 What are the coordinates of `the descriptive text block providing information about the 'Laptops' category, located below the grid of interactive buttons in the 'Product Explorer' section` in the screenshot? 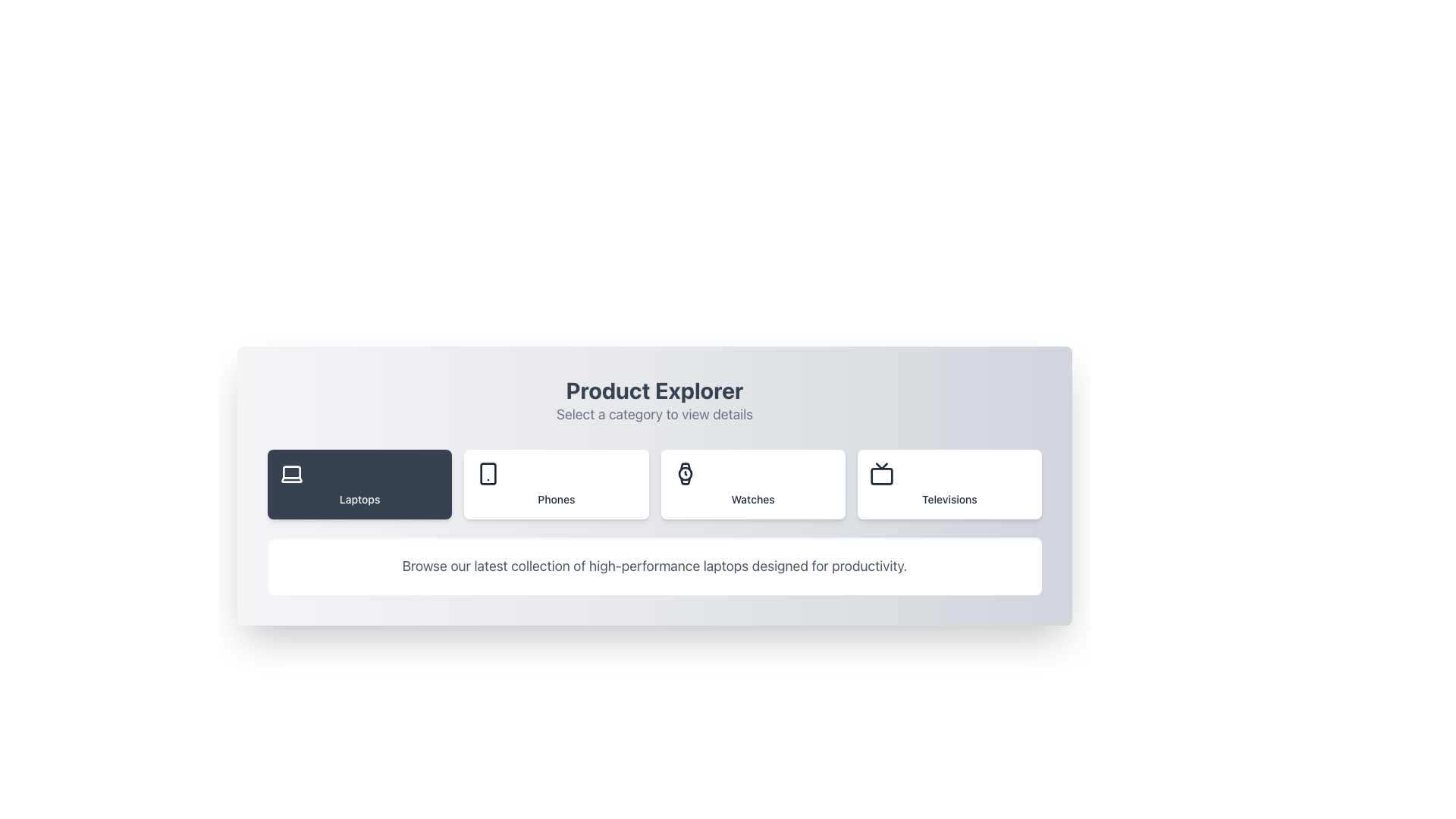 It's located at (654, 566).